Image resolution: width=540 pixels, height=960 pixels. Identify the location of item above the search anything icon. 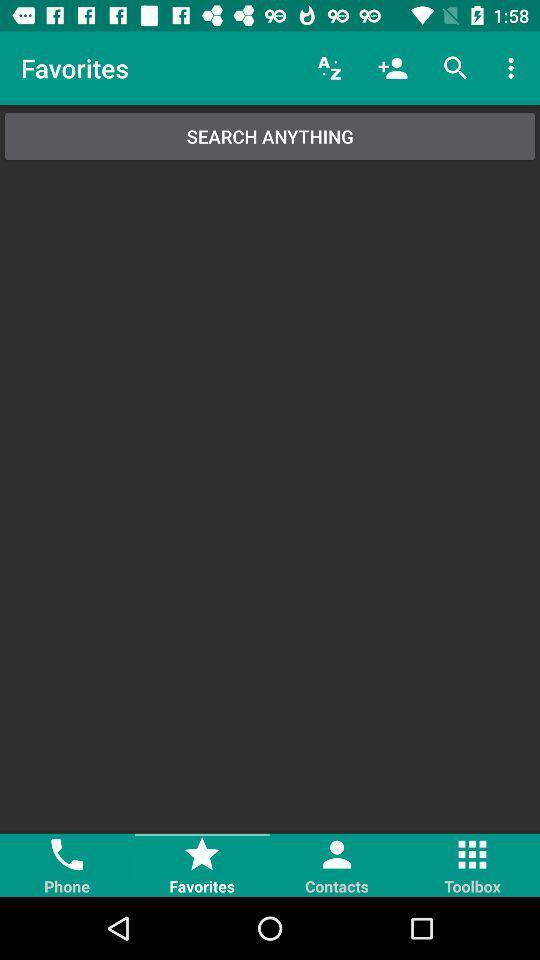
(329, 68).